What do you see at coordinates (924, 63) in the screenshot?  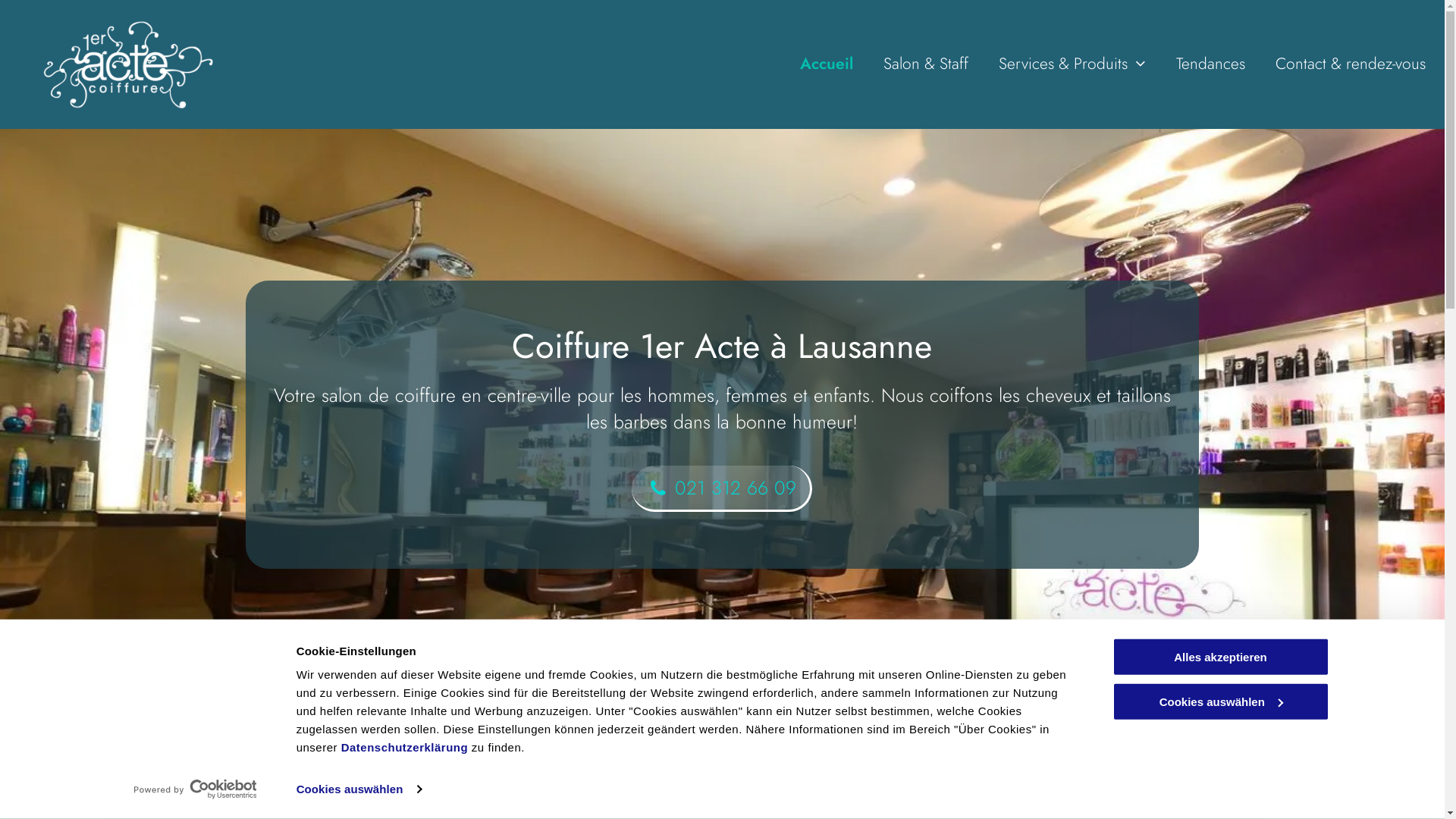 I see `'Salon & Staff'` at bounding box center [924, 63].